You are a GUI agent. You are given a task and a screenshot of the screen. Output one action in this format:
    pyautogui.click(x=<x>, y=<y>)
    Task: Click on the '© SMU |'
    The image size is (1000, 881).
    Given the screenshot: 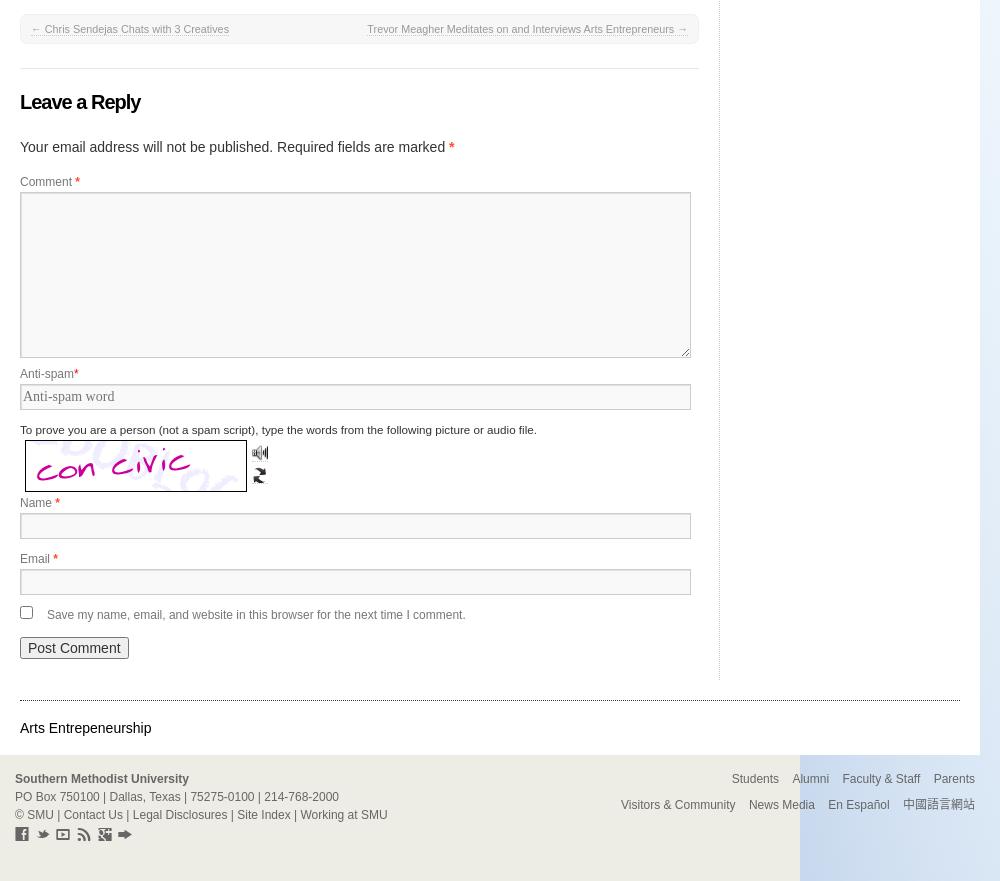 What is the action you would take?
    pyautogui.click(x=15, y=814)
    